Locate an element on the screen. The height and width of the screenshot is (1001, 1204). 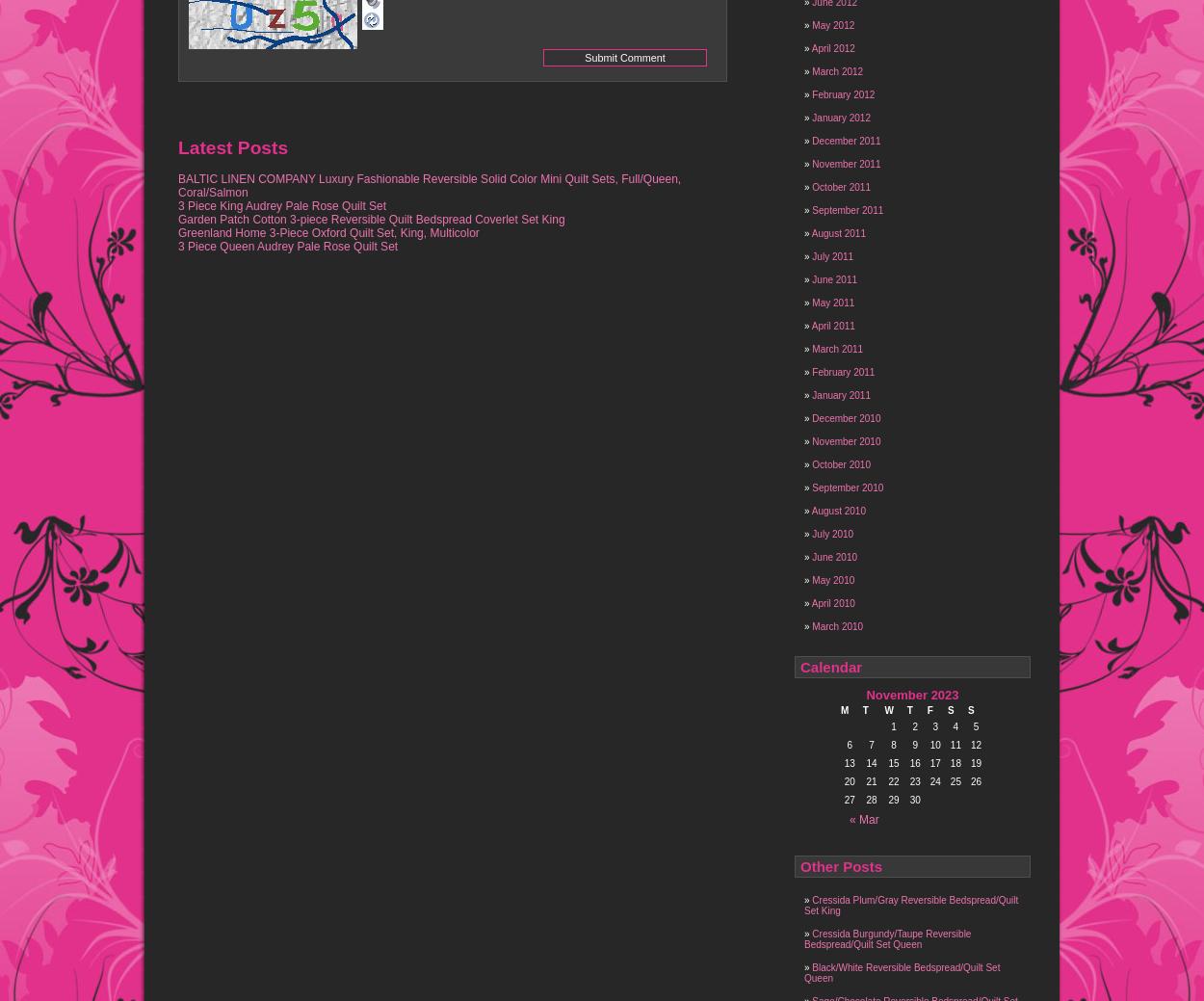
'October 2011' is located at coordinates (840, 187).